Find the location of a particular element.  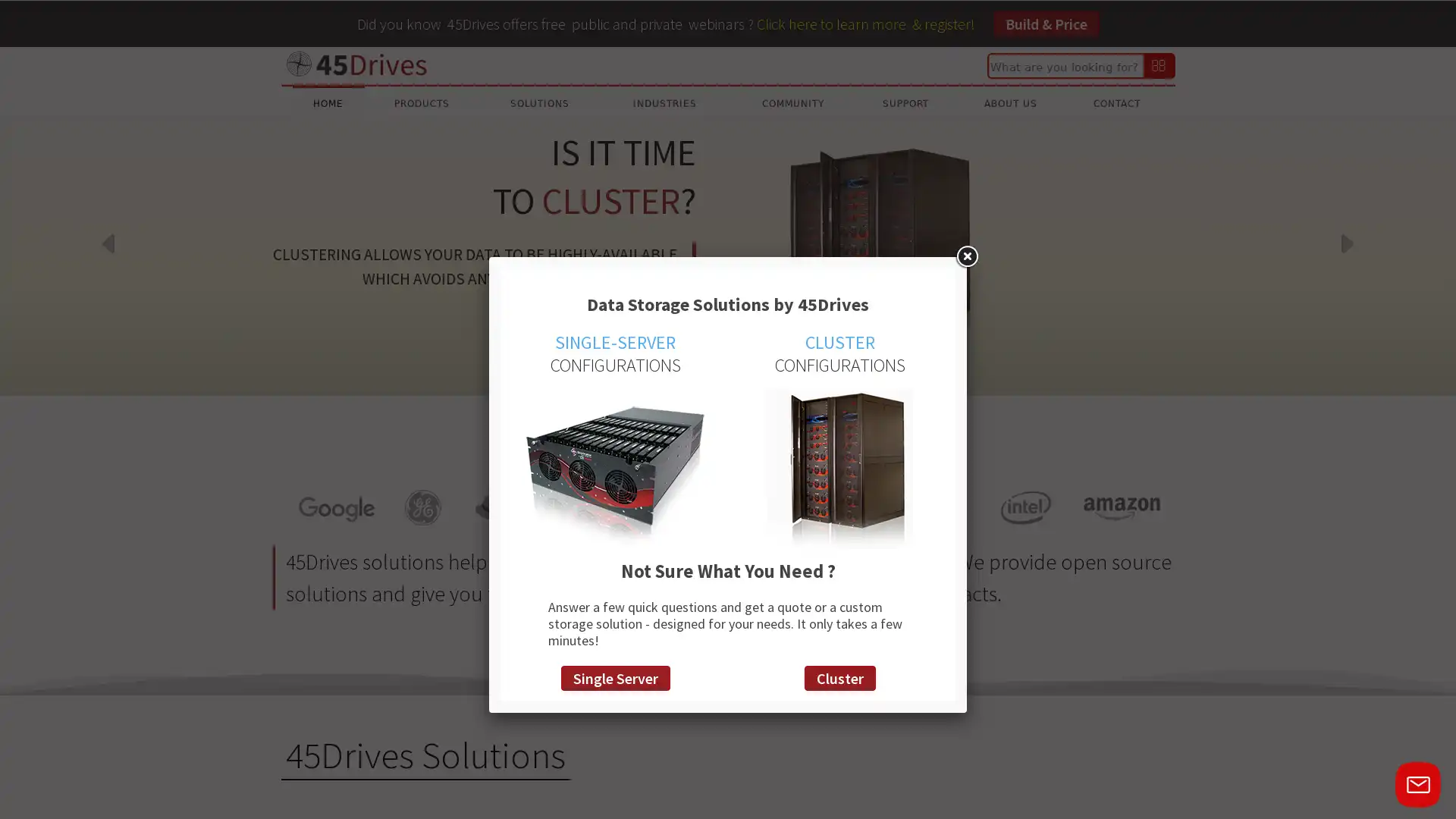

LEARN MORE is located at coordinates (643, 328).